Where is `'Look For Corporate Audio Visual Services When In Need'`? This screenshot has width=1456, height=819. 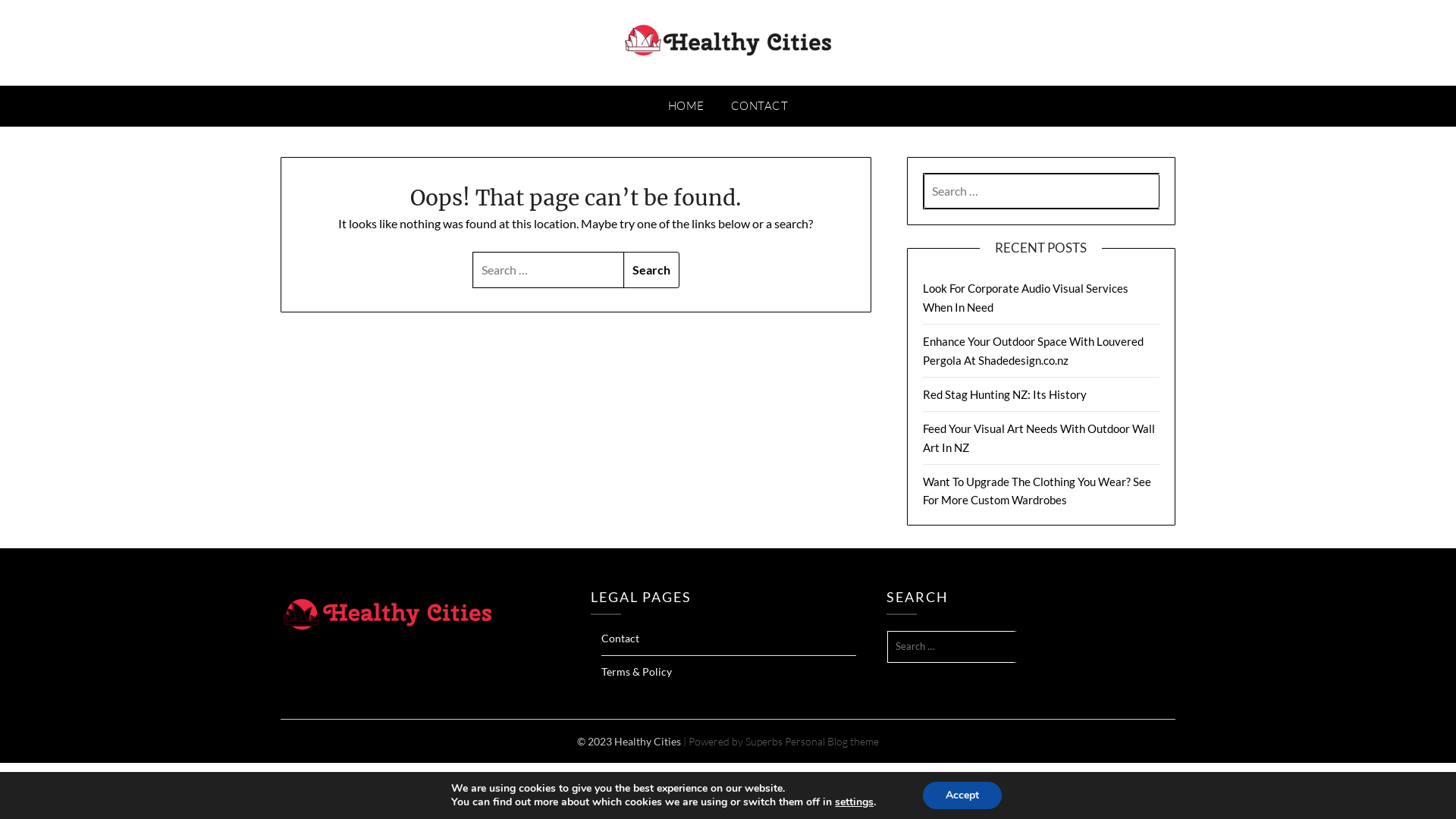
'Look For Corporate Audio Visual Services When In Need' is located at coordinates (1025, 297).